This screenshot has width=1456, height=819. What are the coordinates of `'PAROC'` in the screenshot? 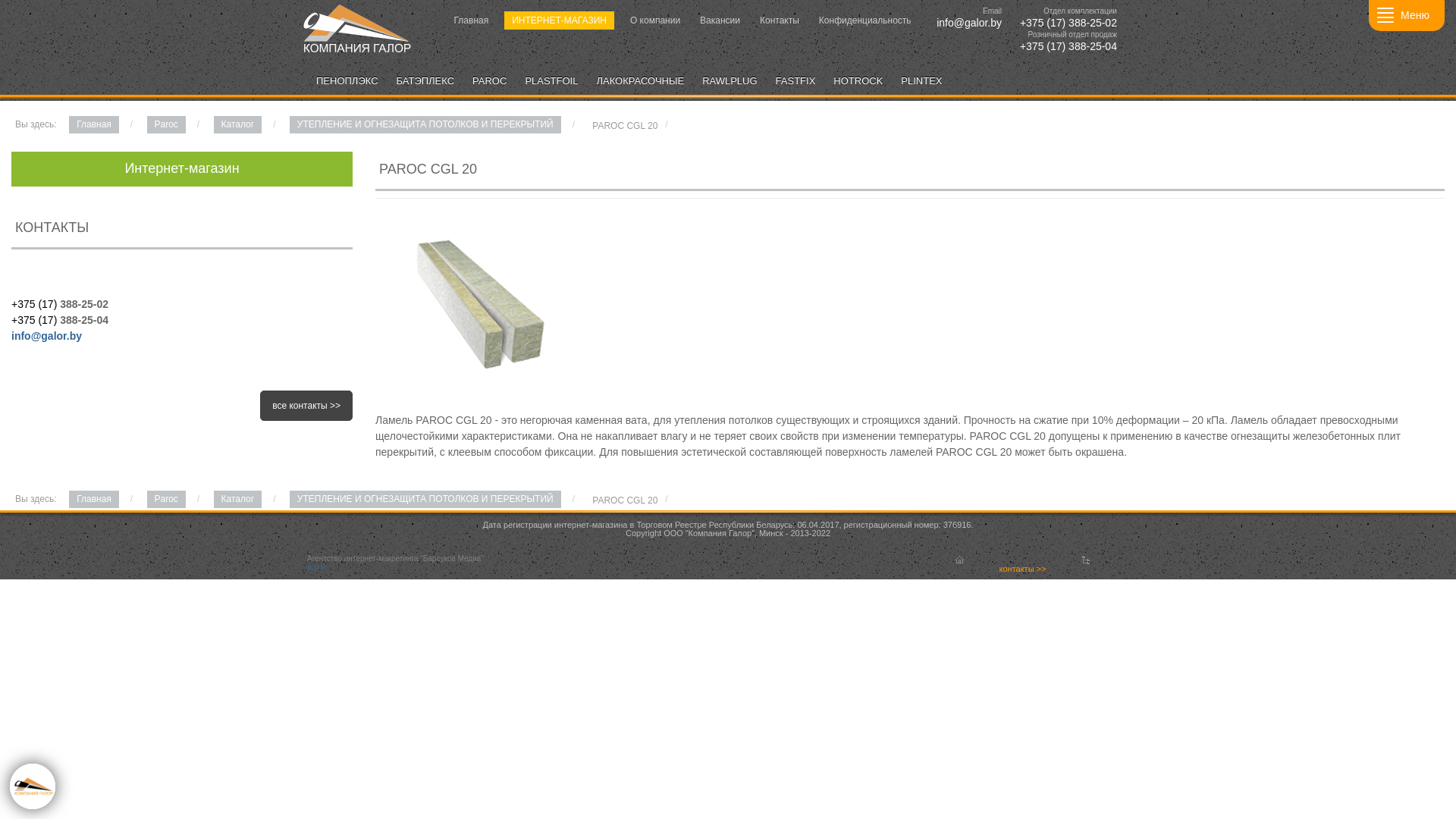 It's located at (466, 81).